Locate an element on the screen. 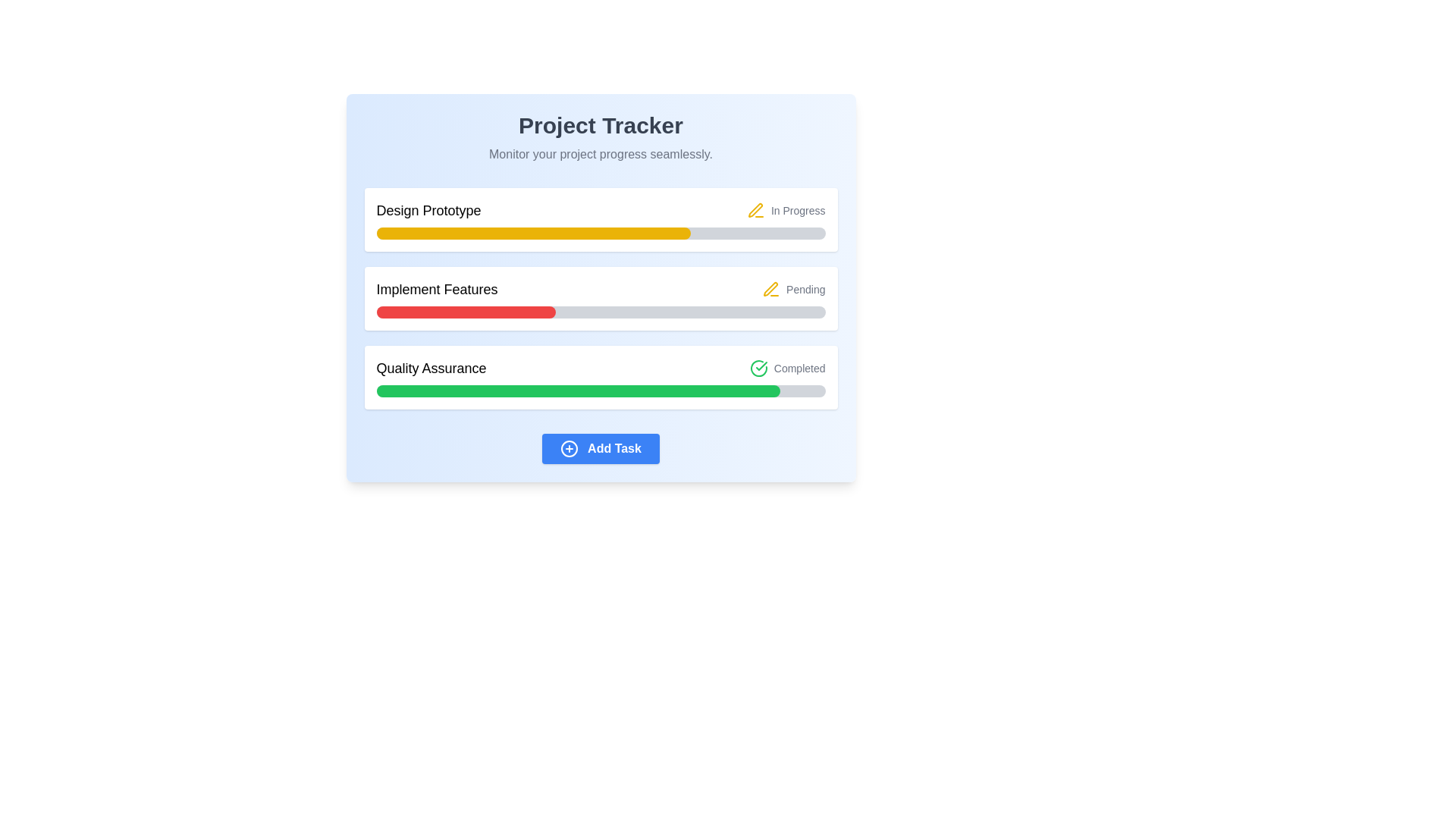 The height and width of the screenshot is (819, 1456). the green checkmark icon within the 'Quality Assurance' section, indicating completion, adjacent to the text labeled 'Completed' is located at coordinates (761, 366).